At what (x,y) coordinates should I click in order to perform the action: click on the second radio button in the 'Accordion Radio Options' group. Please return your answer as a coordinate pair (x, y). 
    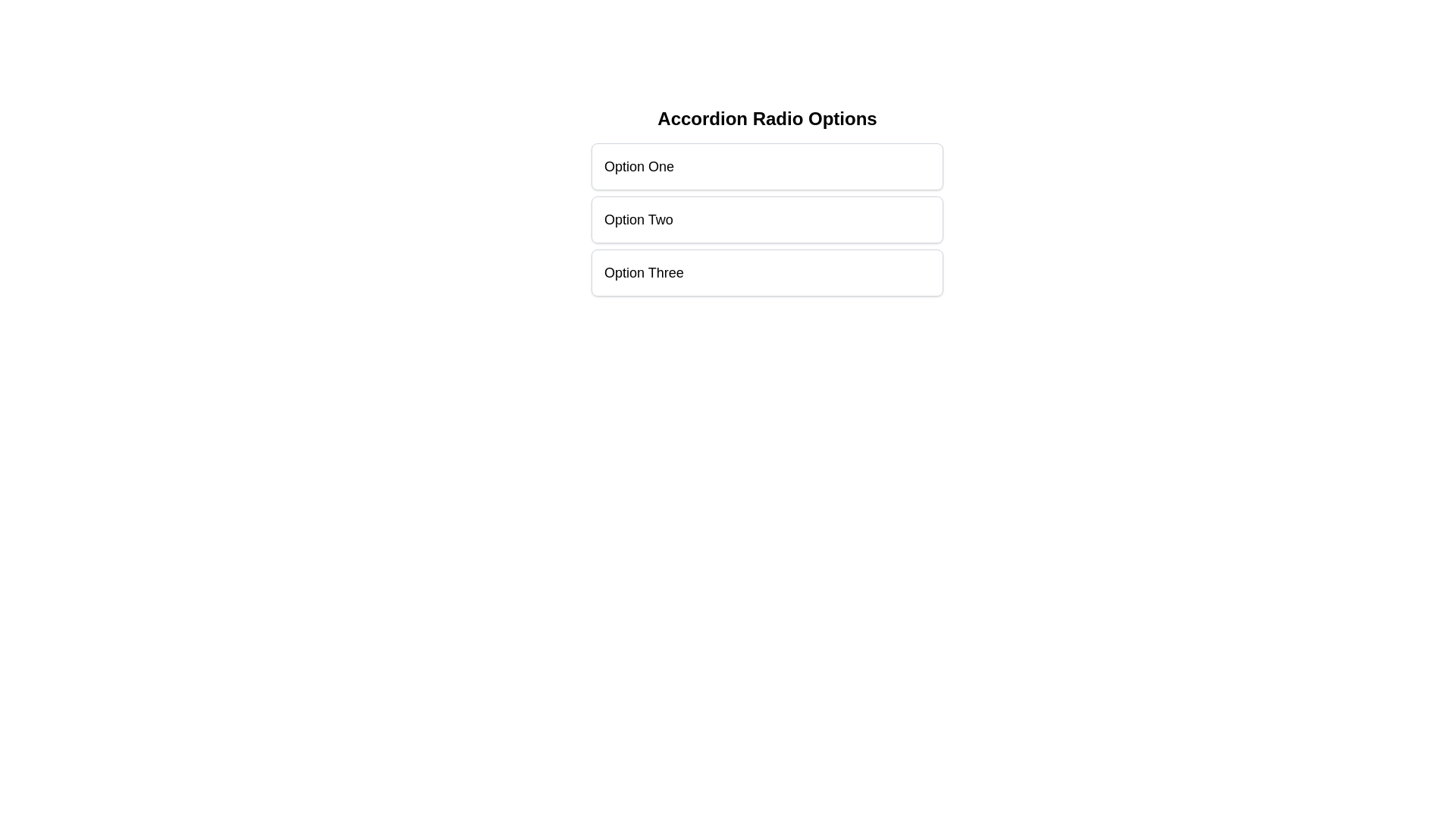
    Looking at the image, I should click on (767, 219).